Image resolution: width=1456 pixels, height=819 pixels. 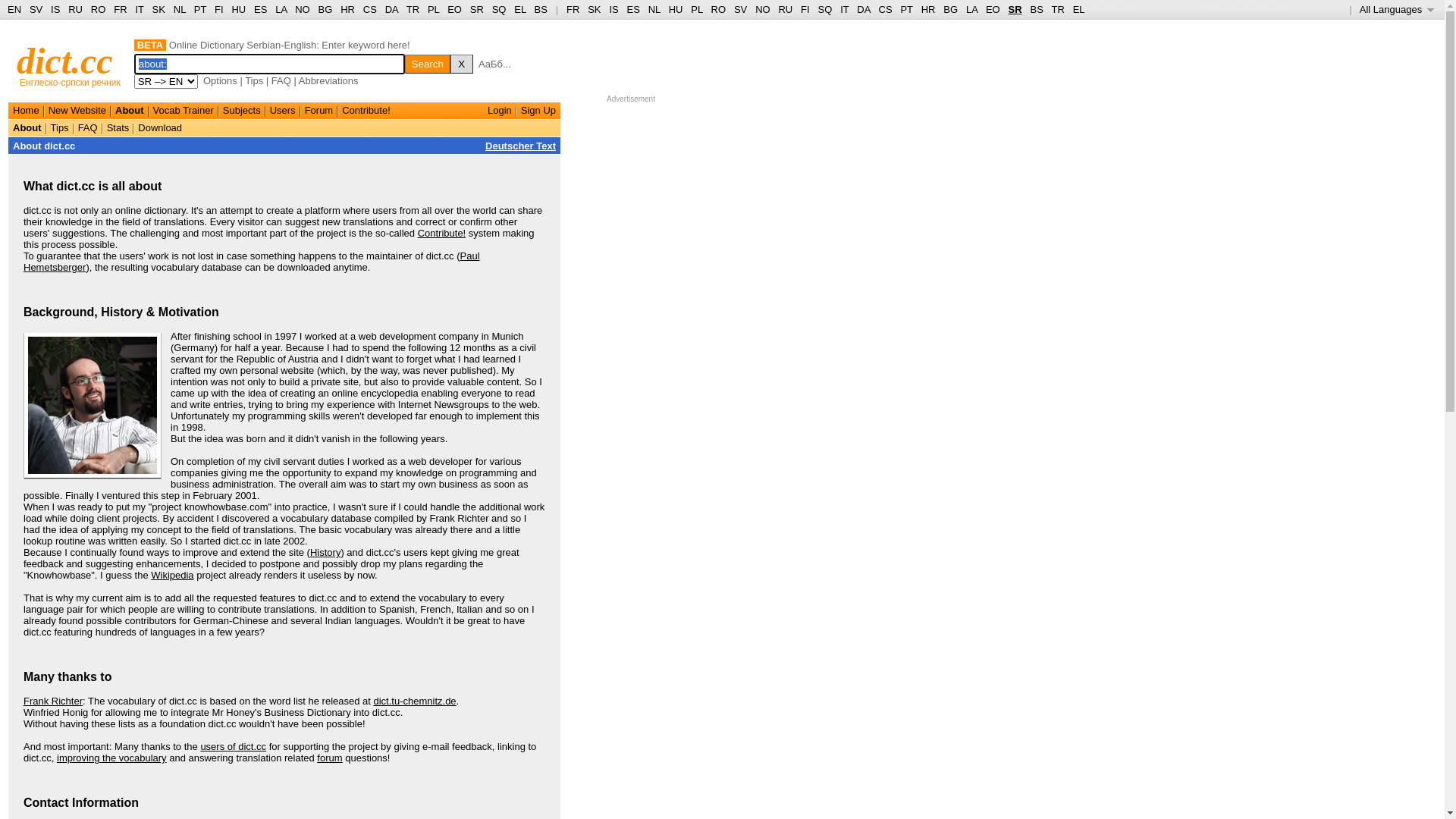 What do you see at coordinates (538, 109) in the screenshot?
I see `'Sign Up'` at bounding box center [538, 109].